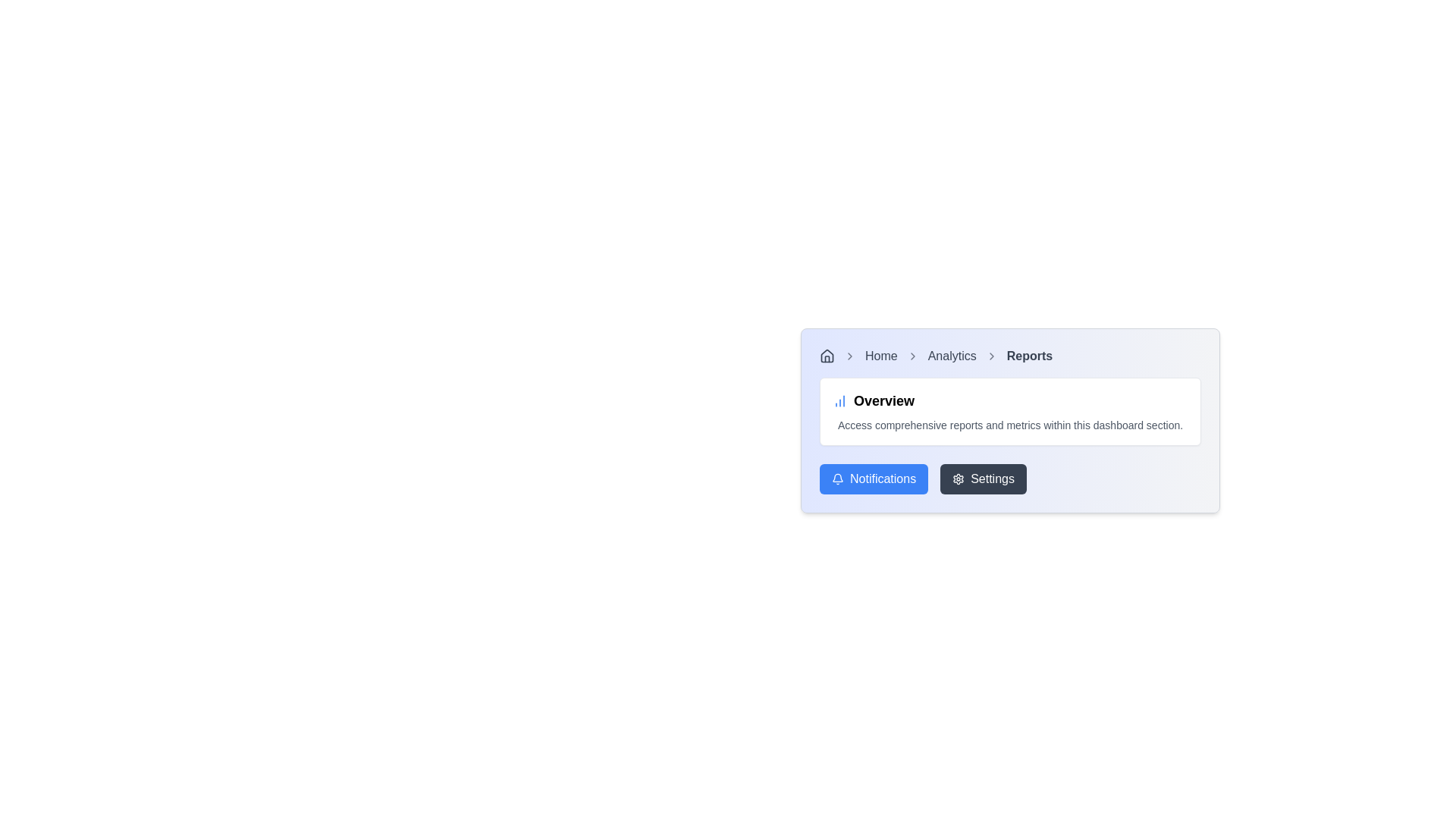 The width and height of the screenshot is (1456, 819). Describe the element at coordinates (957, 479) in the screenshot. I see `the 'Settings' icon located at the bottom-right of the menu` at that location.